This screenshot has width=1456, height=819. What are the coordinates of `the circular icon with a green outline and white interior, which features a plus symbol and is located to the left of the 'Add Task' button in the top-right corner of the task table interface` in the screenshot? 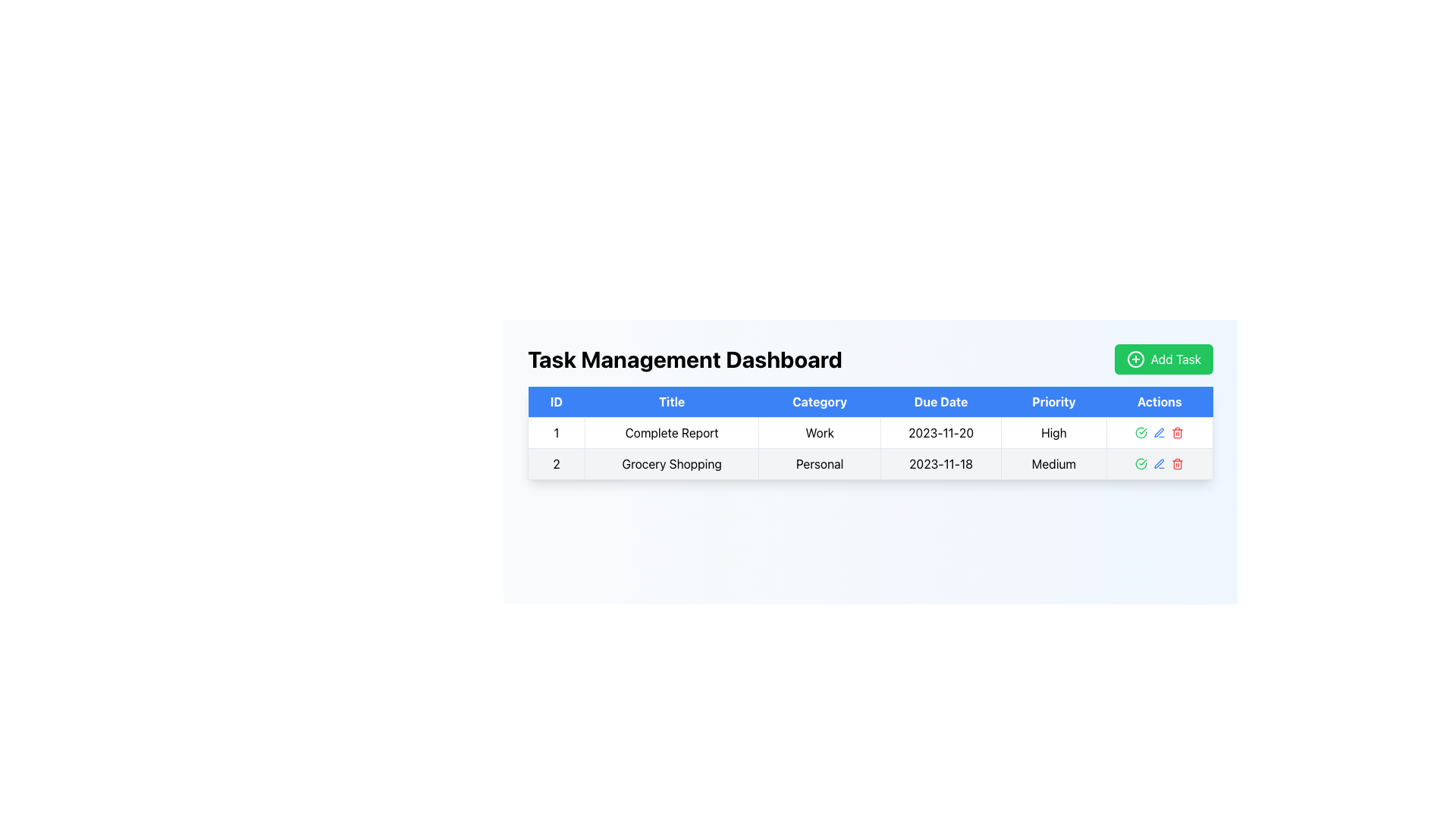 It's located at (1135, 359).